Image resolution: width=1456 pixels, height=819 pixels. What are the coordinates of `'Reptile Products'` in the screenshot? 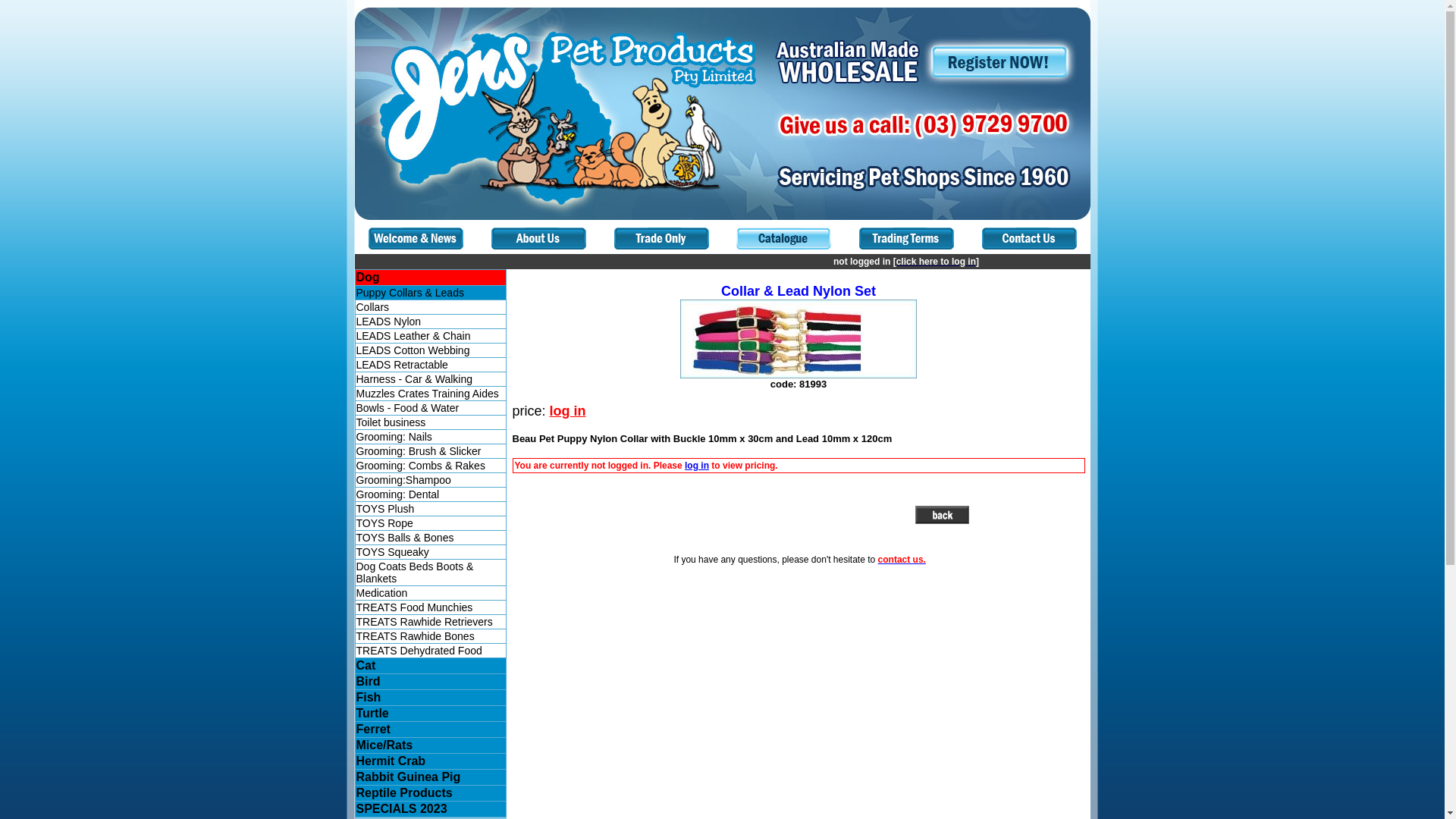 It's located at (428, 792).